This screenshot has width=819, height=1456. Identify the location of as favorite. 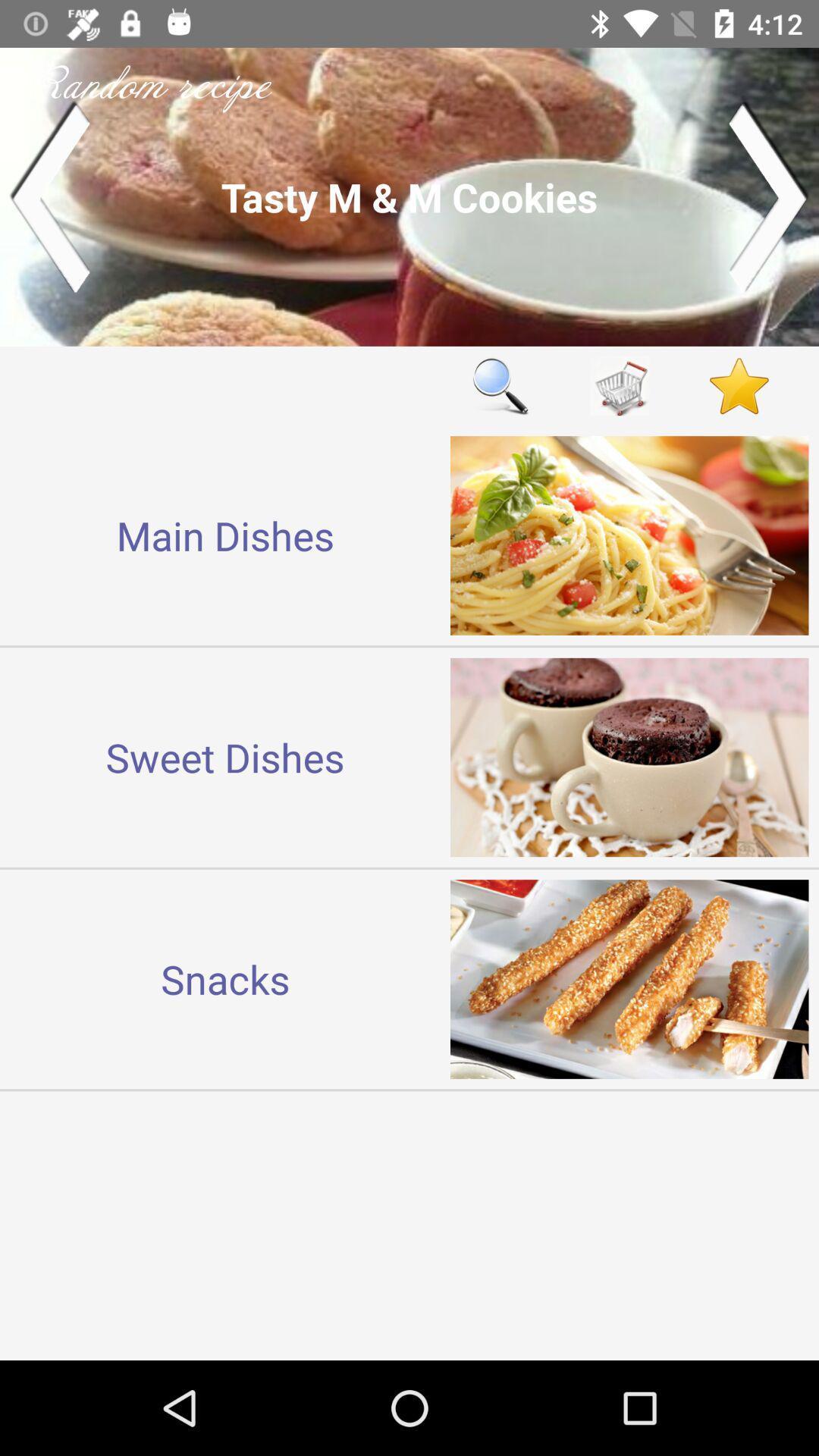
(739, 386).